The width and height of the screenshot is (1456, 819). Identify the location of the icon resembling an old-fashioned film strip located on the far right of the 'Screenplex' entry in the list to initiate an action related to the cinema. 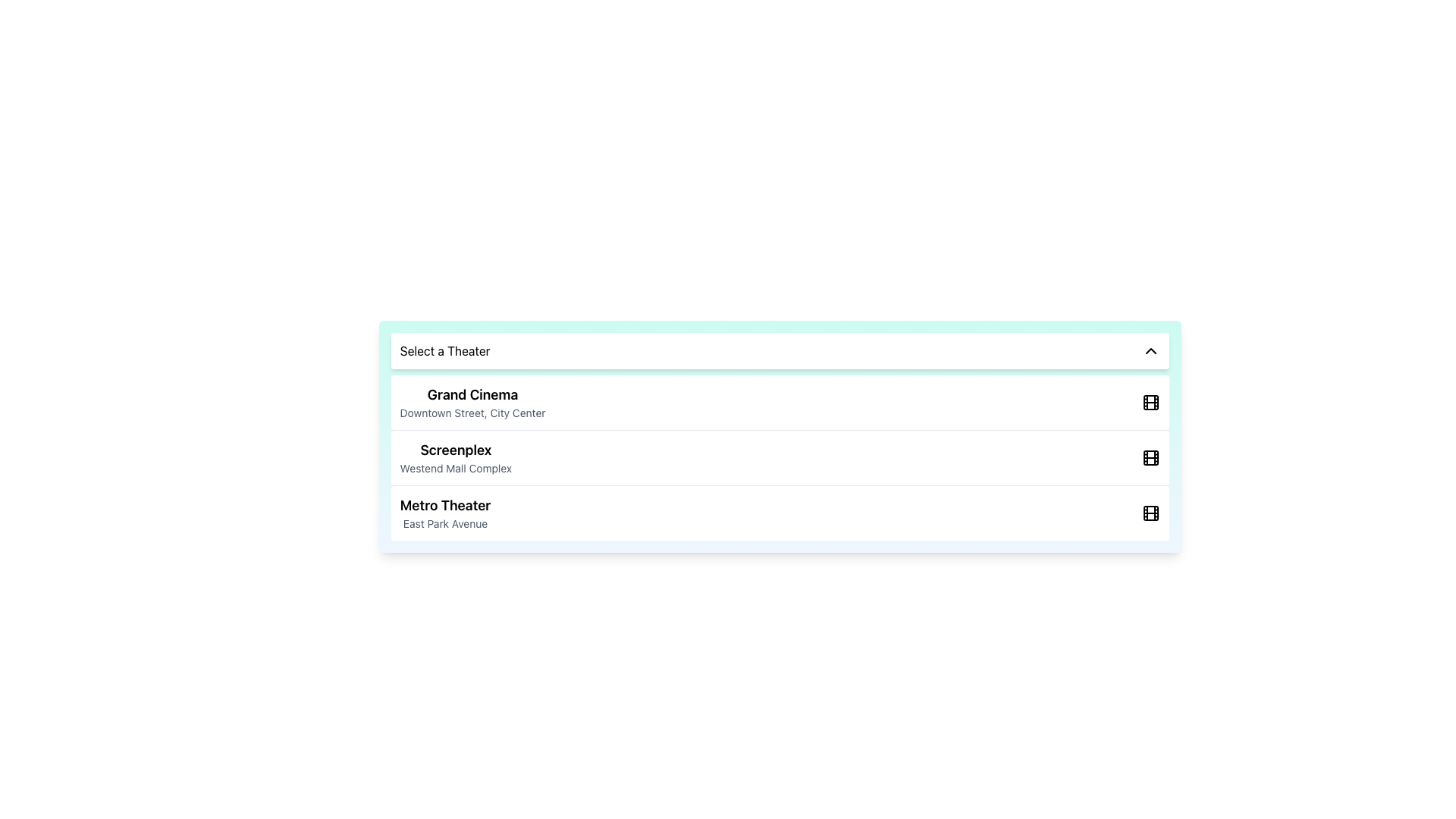
(1150, 457).